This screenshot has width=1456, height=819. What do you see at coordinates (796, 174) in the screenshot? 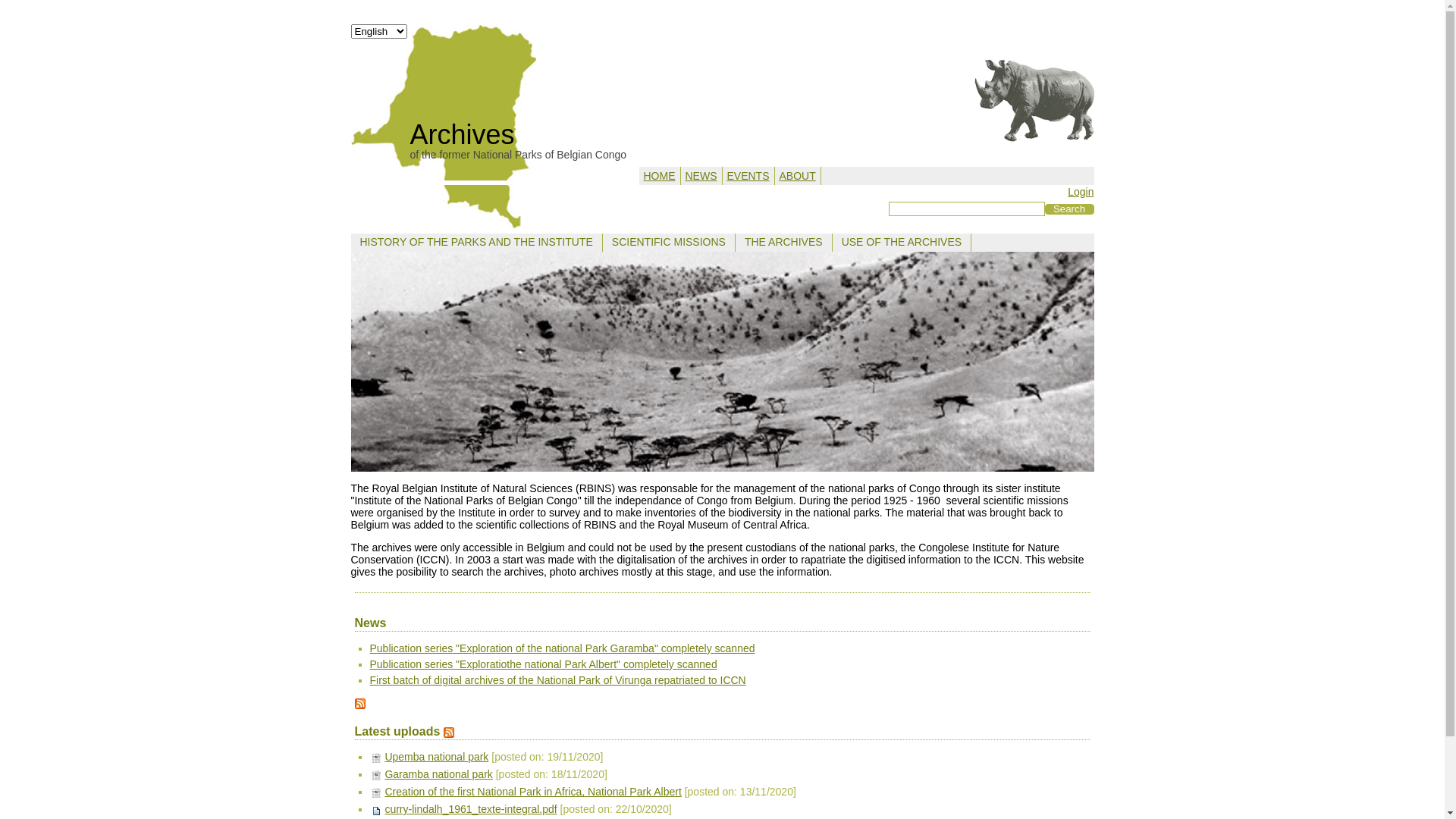
I see `'ABOUT'` at bounding box center [796, 174].